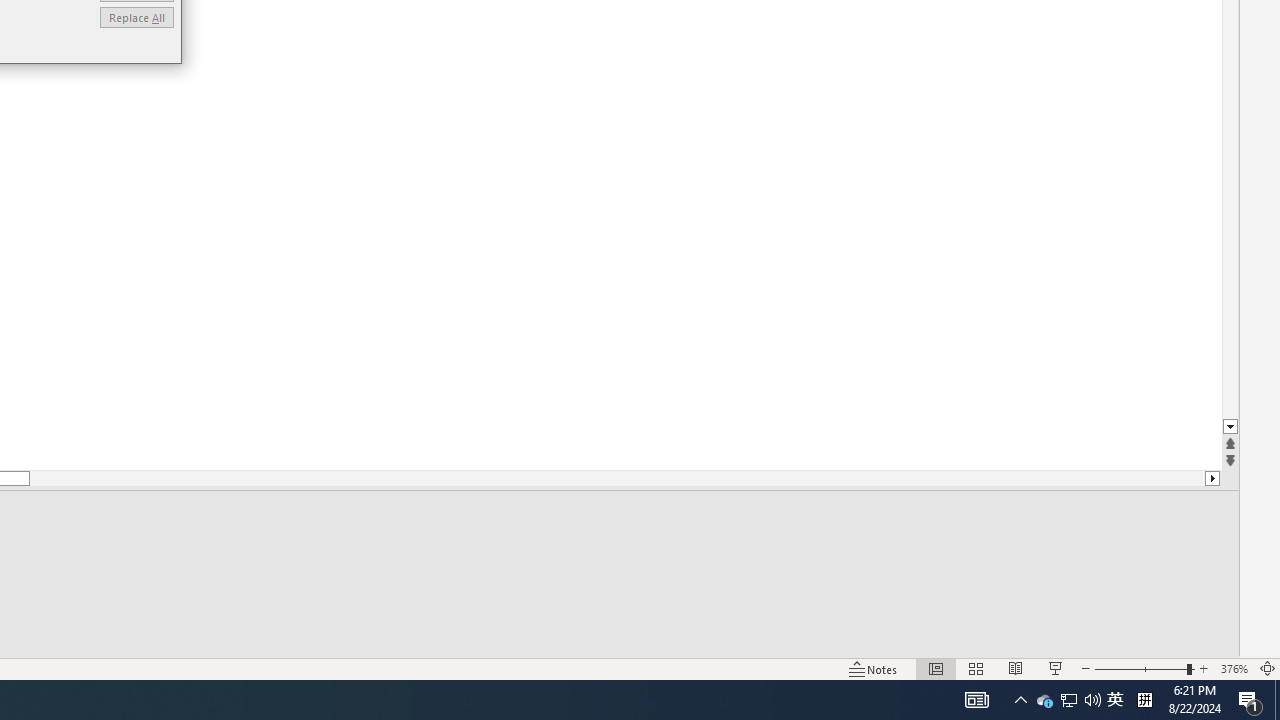 This screenshot has width=1280, height=720. What do you see at coordinates (1276, 698) in the screenshot?
I see `'Action Center, 1 new notification'` at bounding box center [1276, 698].